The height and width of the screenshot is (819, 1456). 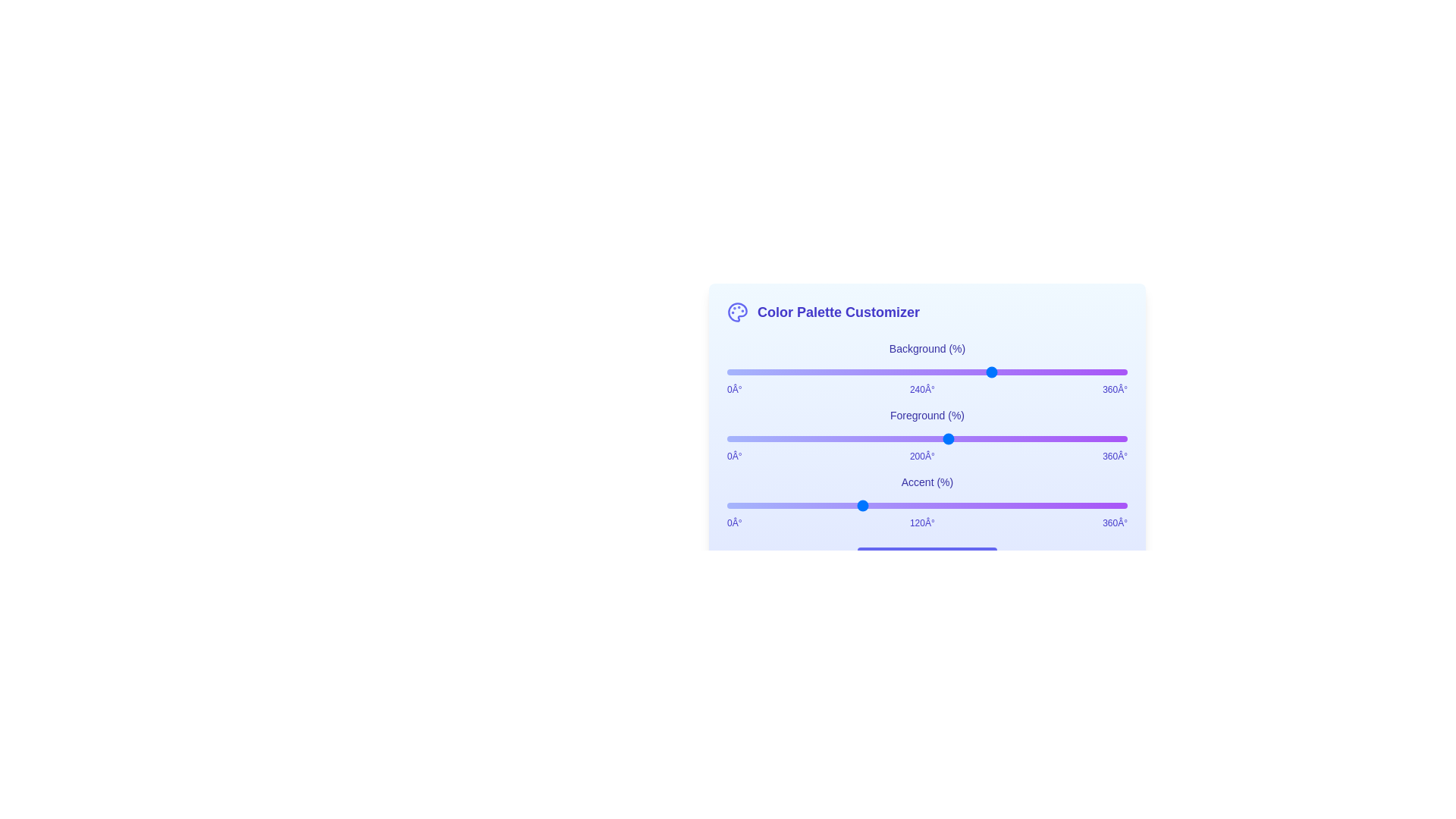 I want to click on the Accent slider to set its hue to 121 degrees, so click(x=861, y=506).